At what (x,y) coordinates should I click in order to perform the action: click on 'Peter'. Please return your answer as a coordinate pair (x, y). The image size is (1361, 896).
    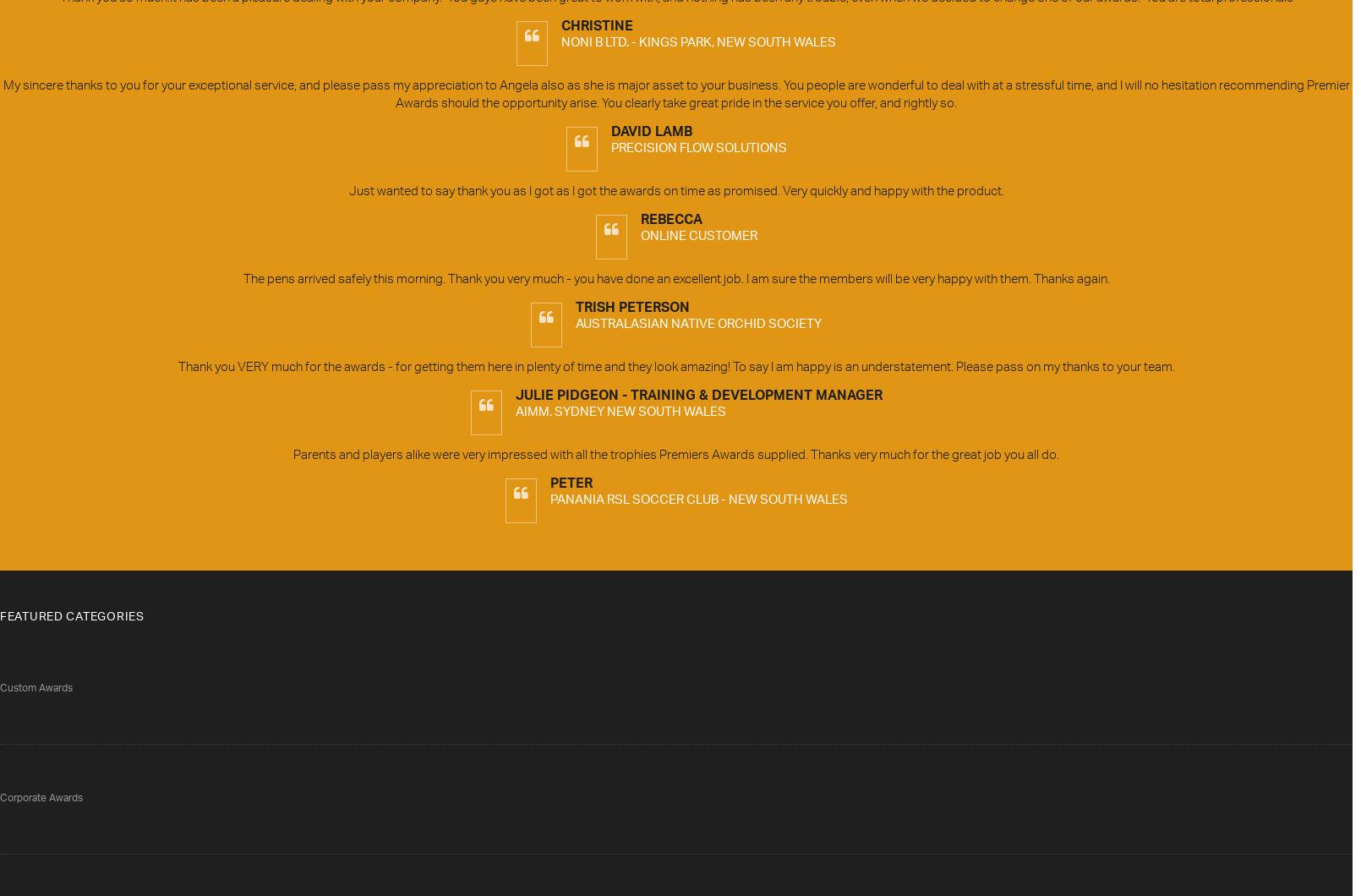
    Looking at the image, I should click on (570, 484).